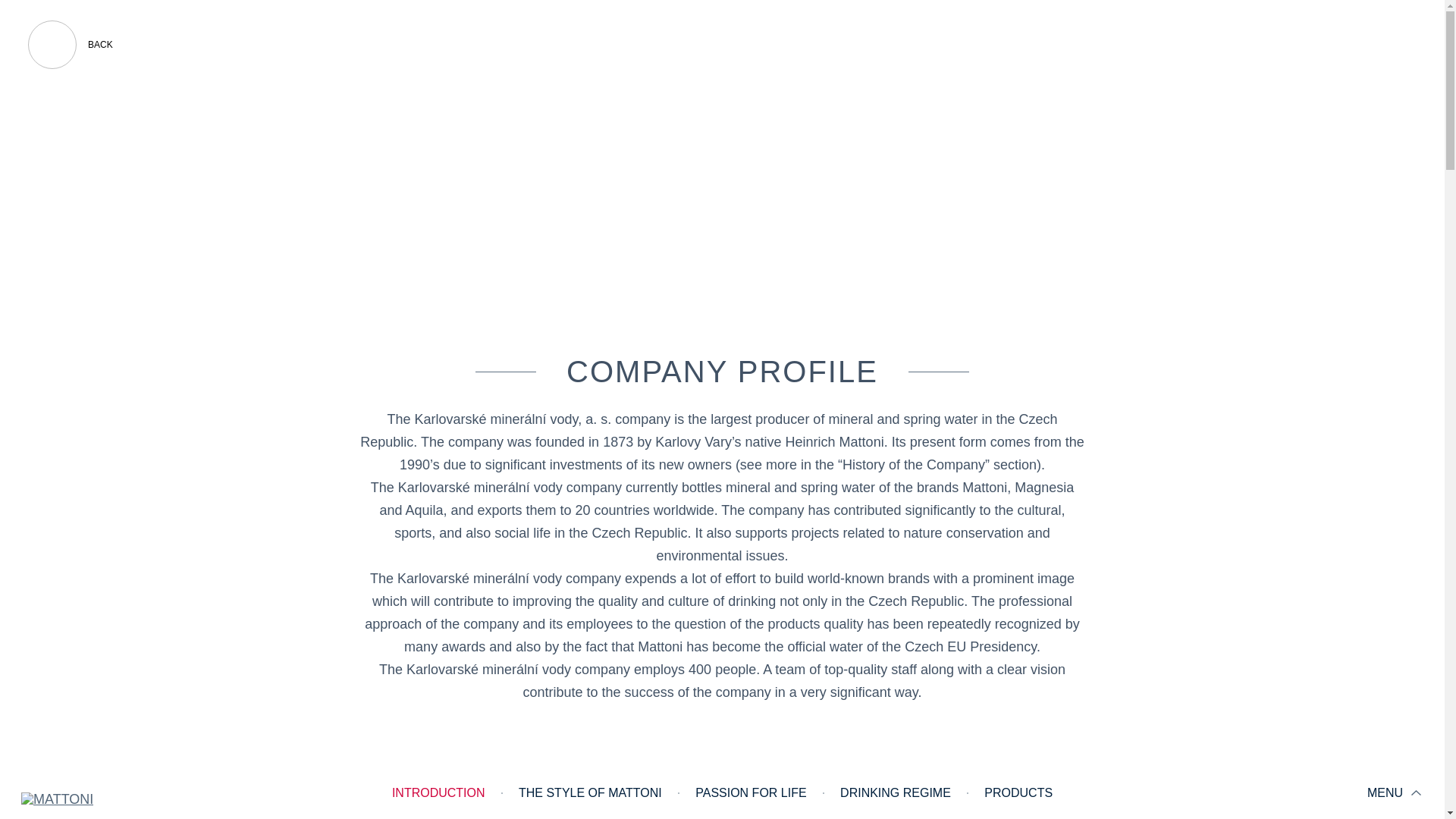 This screenshot has height=819, width=1456. What do you see at coordinates (589, 792) in the screenshot?
I see `'THE STYLE OF MATTONI'` at bounding box center [589, 792].